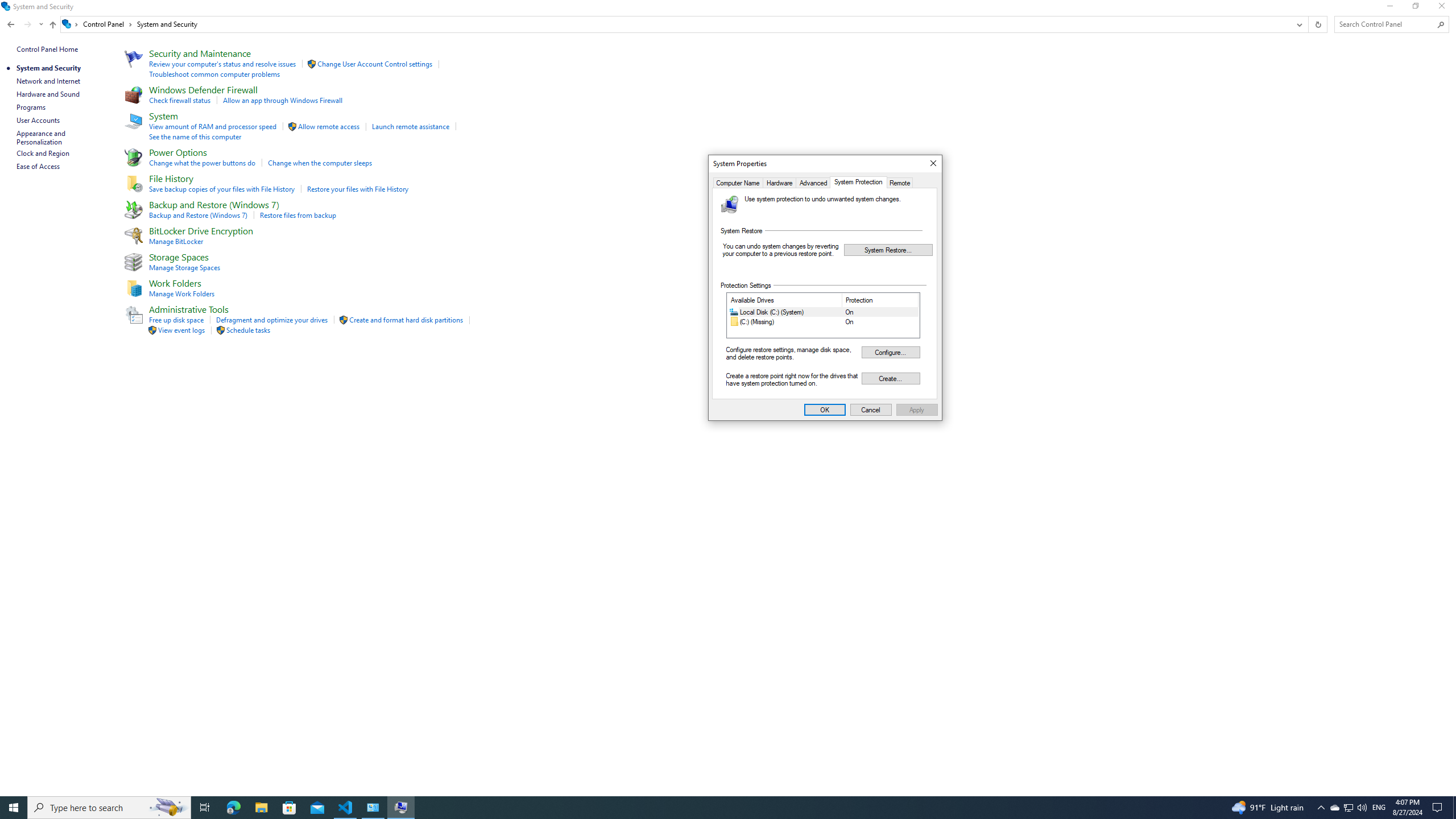 The height and width of the screenshot is (819, 1456). Describe the element at coordinates (204, 806) in the screenshot. I see `'Task View'` at that location.